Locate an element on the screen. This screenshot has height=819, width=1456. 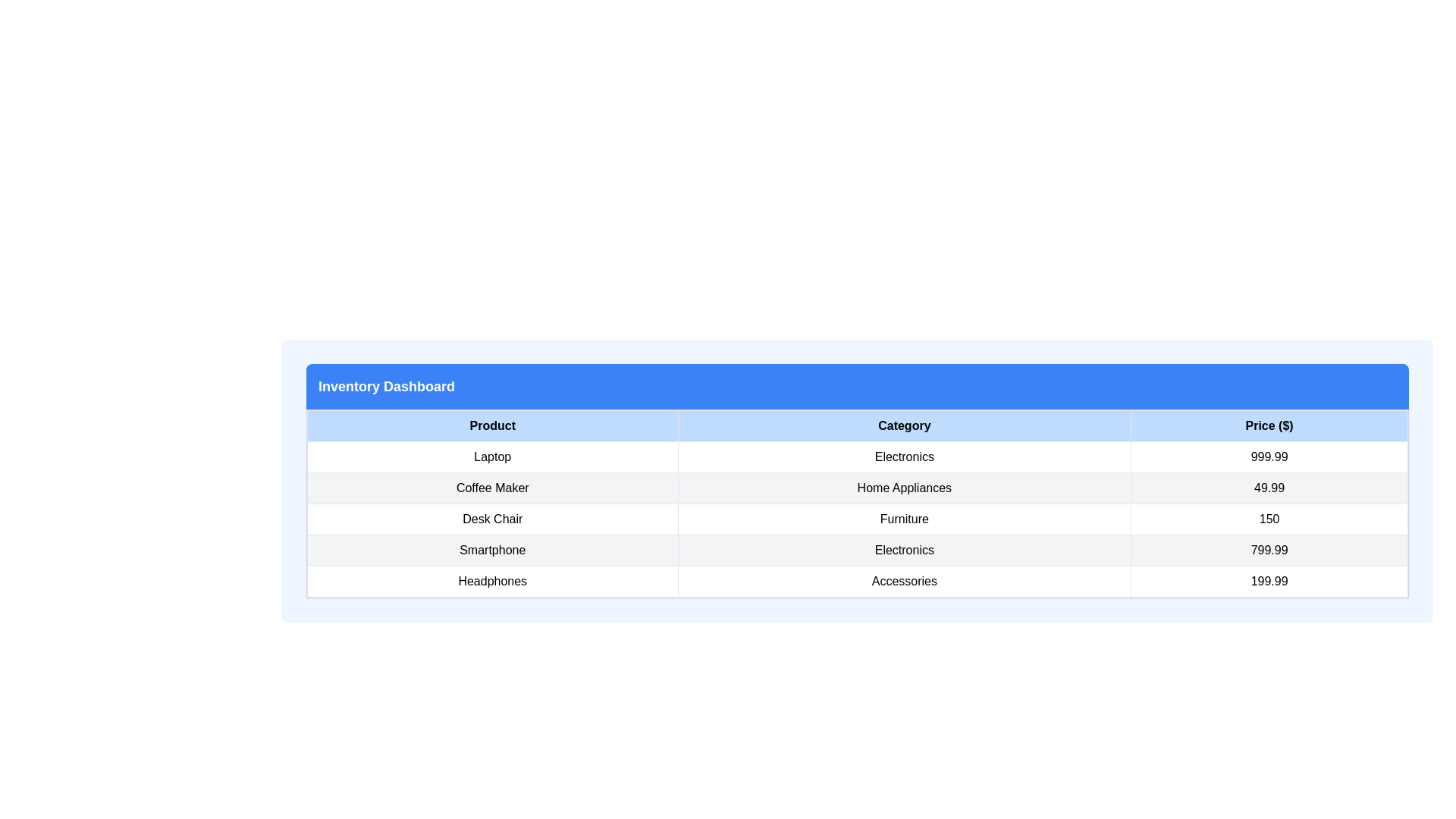
the product name text label in the first column of the inventory table, which is adjacent to 'Electronics' is located at coordinates (492, 456).